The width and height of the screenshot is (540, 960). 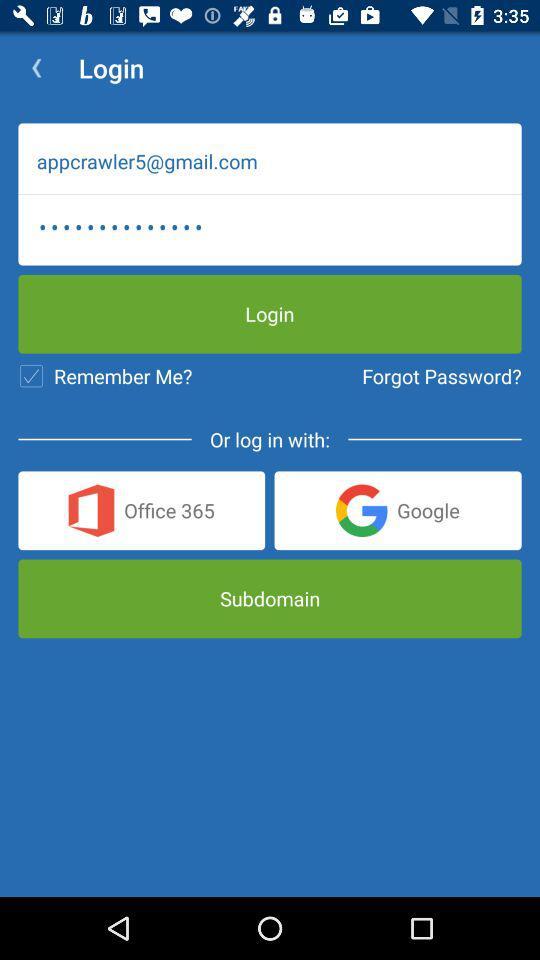 What do you see at coordinates (105, 375) in the screenshot?
I see `icon next to forgot password?` at bounding box center [105, 375].